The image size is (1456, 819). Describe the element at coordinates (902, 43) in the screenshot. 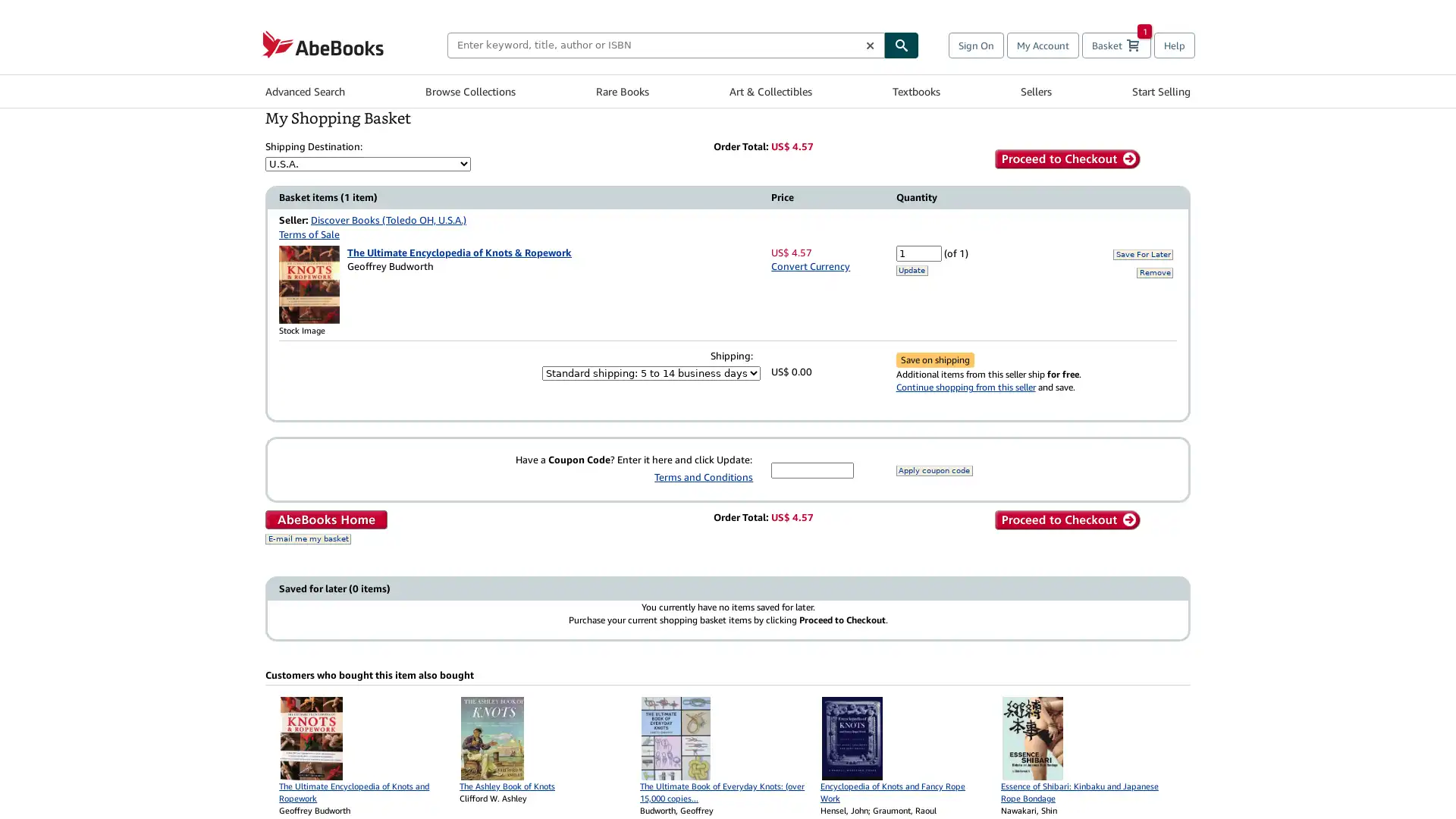

I see `Search` at that location.